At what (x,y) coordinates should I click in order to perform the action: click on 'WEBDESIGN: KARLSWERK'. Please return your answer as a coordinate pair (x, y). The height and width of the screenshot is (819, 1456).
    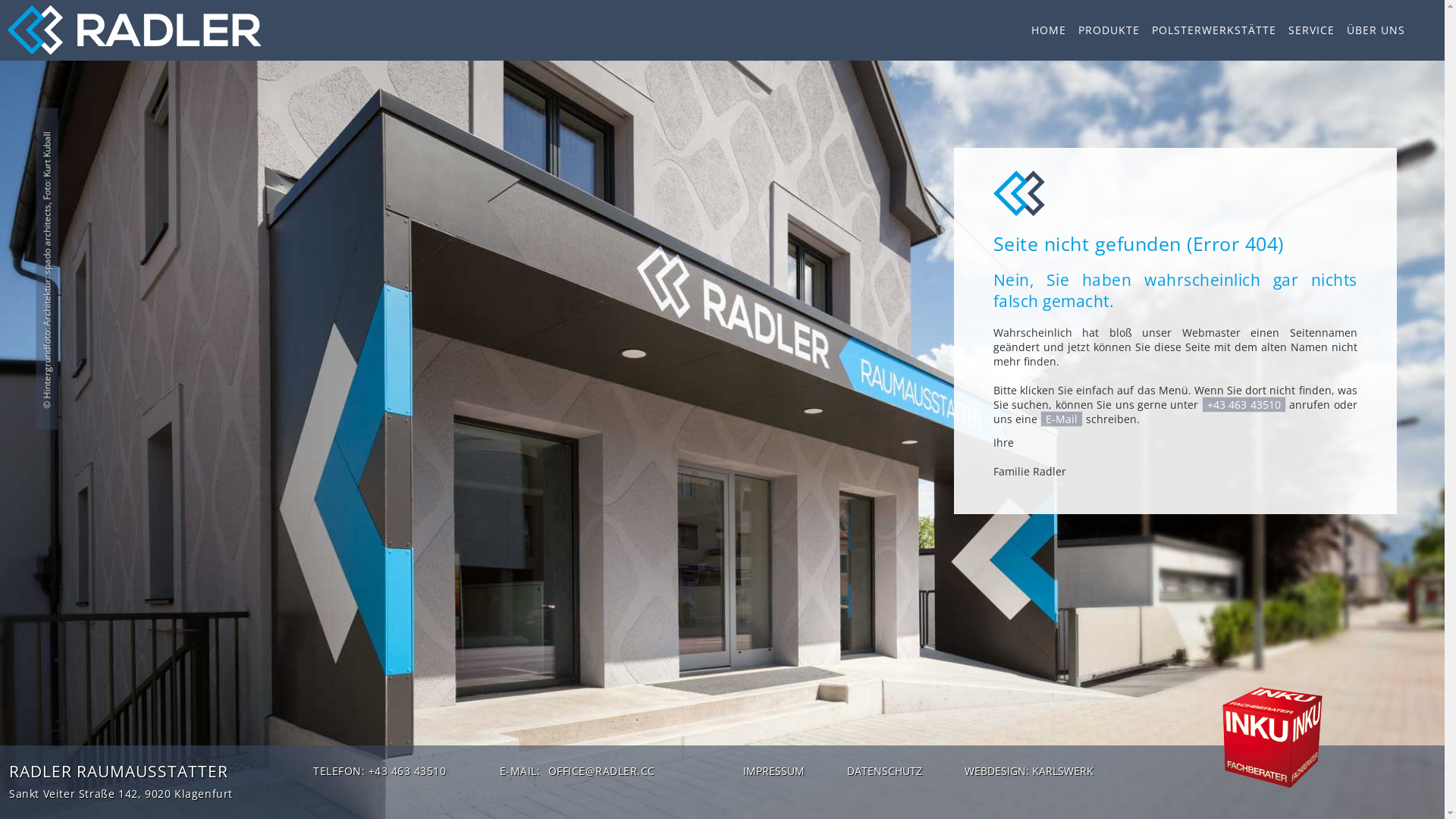
    Looking at the image, I should click on (1029, 771).